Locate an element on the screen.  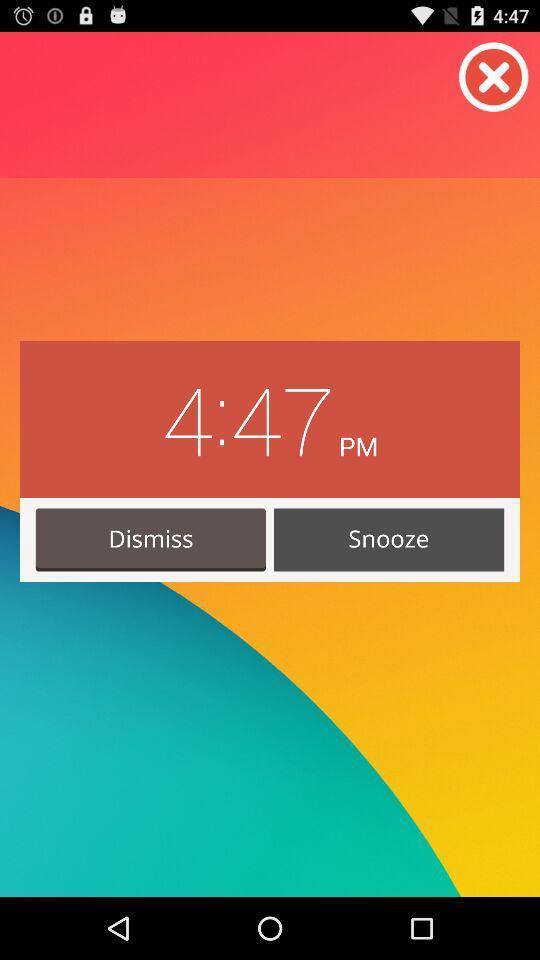
alarm displyer is located at coordinates (493, 77).